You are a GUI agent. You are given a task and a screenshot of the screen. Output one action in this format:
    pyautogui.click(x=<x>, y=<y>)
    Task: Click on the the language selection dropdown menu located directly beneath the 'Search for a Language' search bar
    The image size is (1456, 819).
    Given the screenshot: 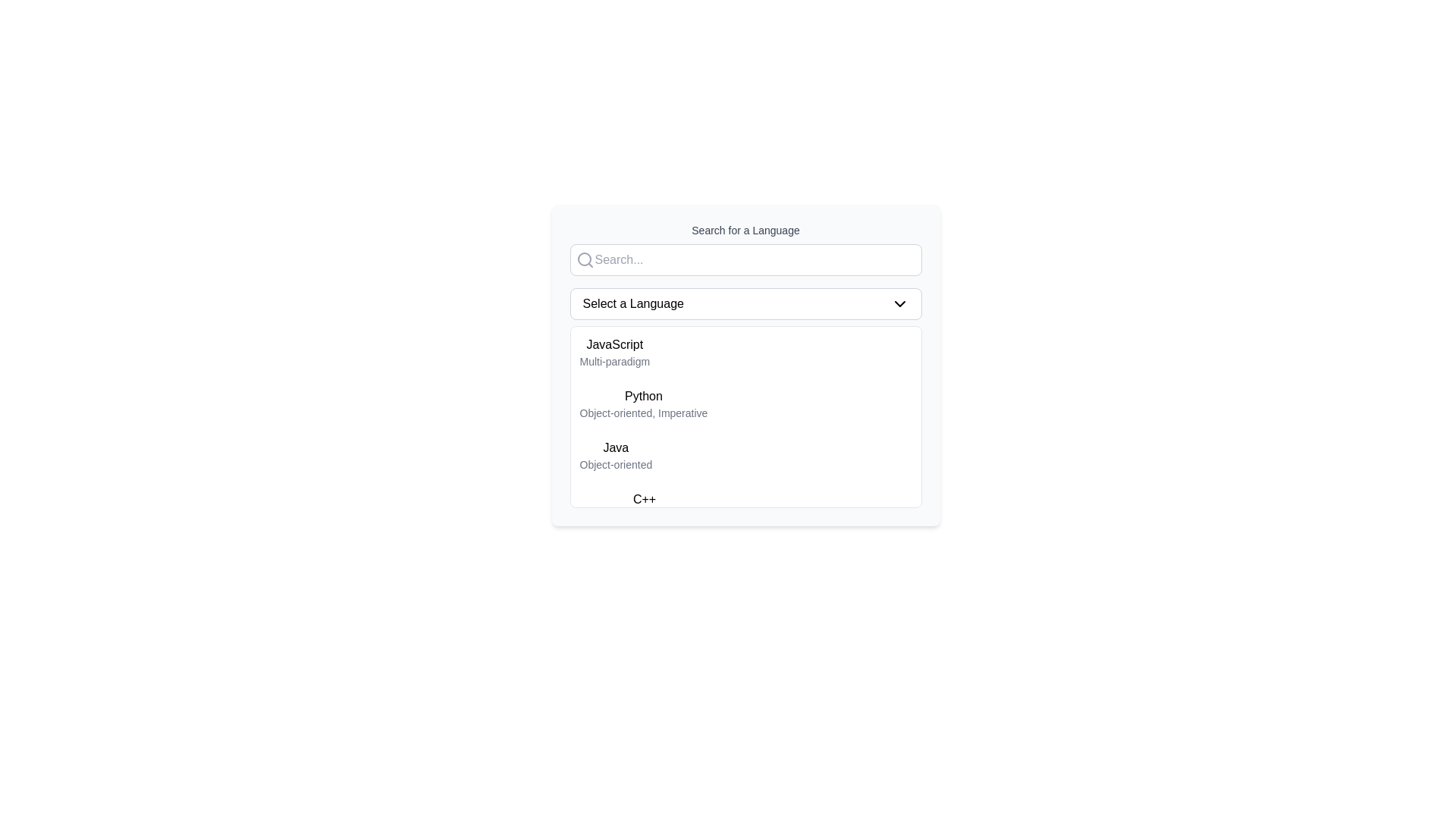 What is the action you would take?
    pyautogui.click(x=745, y=304)
    